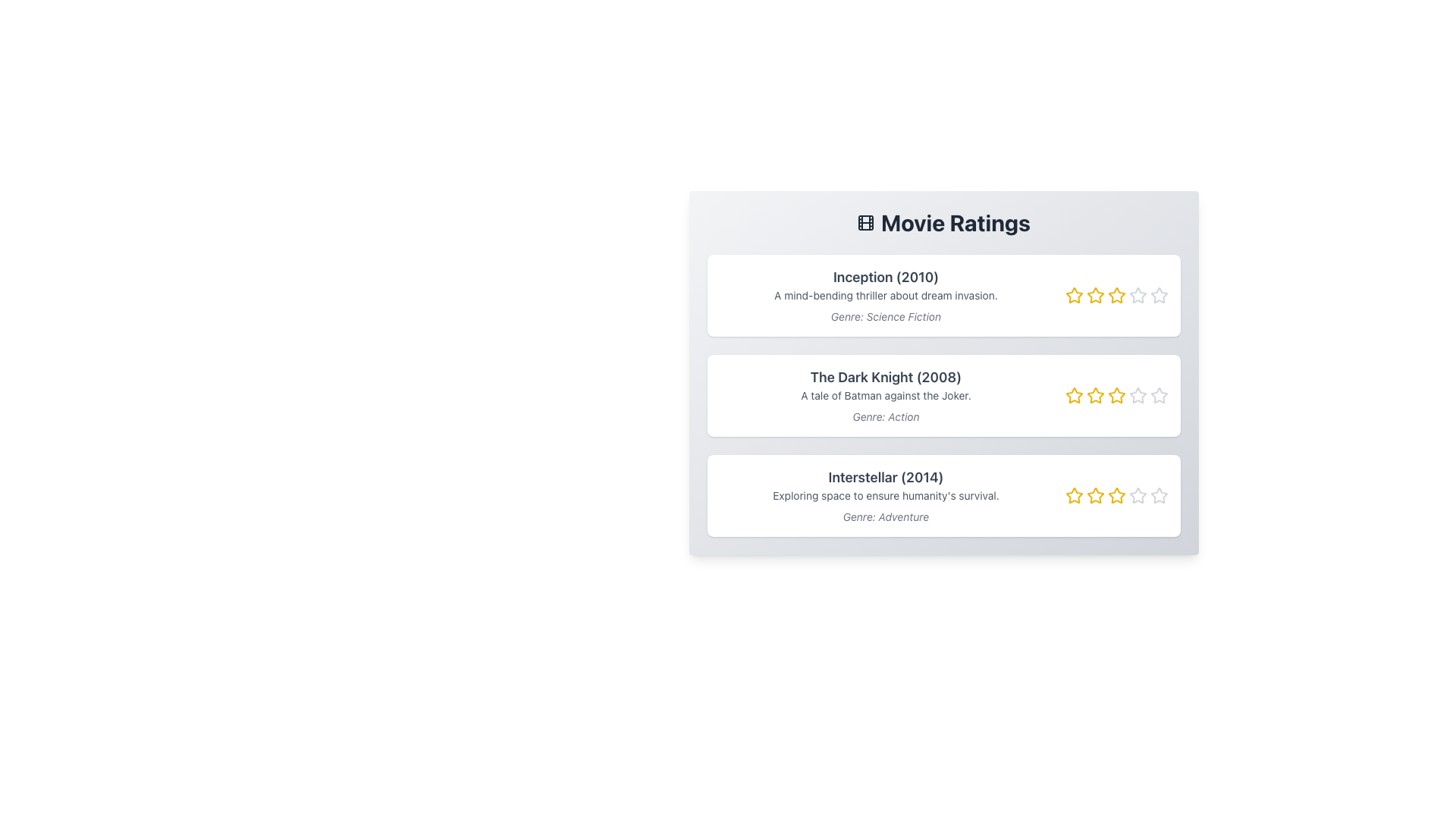 Image resolution: width=1456 pixels, height=819 pixels. What do you see at coordinates (886, 394) in the screenshot?
I see `the text label that reads 'A tale of Batman against the Joker.' located below the title 'The Dark Knight (2008)' and above the genre 'Genre: Action' within the movie entry card` at bounding box center [886, 394].